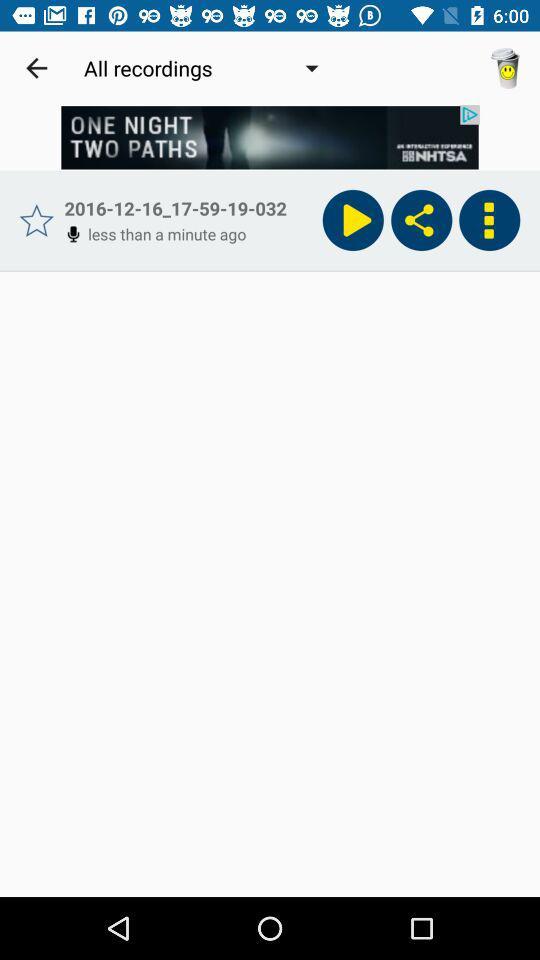 Image resolution: width=540 pixels, height=960 pixels. I want to click on advertisement option, so click(270, 136).